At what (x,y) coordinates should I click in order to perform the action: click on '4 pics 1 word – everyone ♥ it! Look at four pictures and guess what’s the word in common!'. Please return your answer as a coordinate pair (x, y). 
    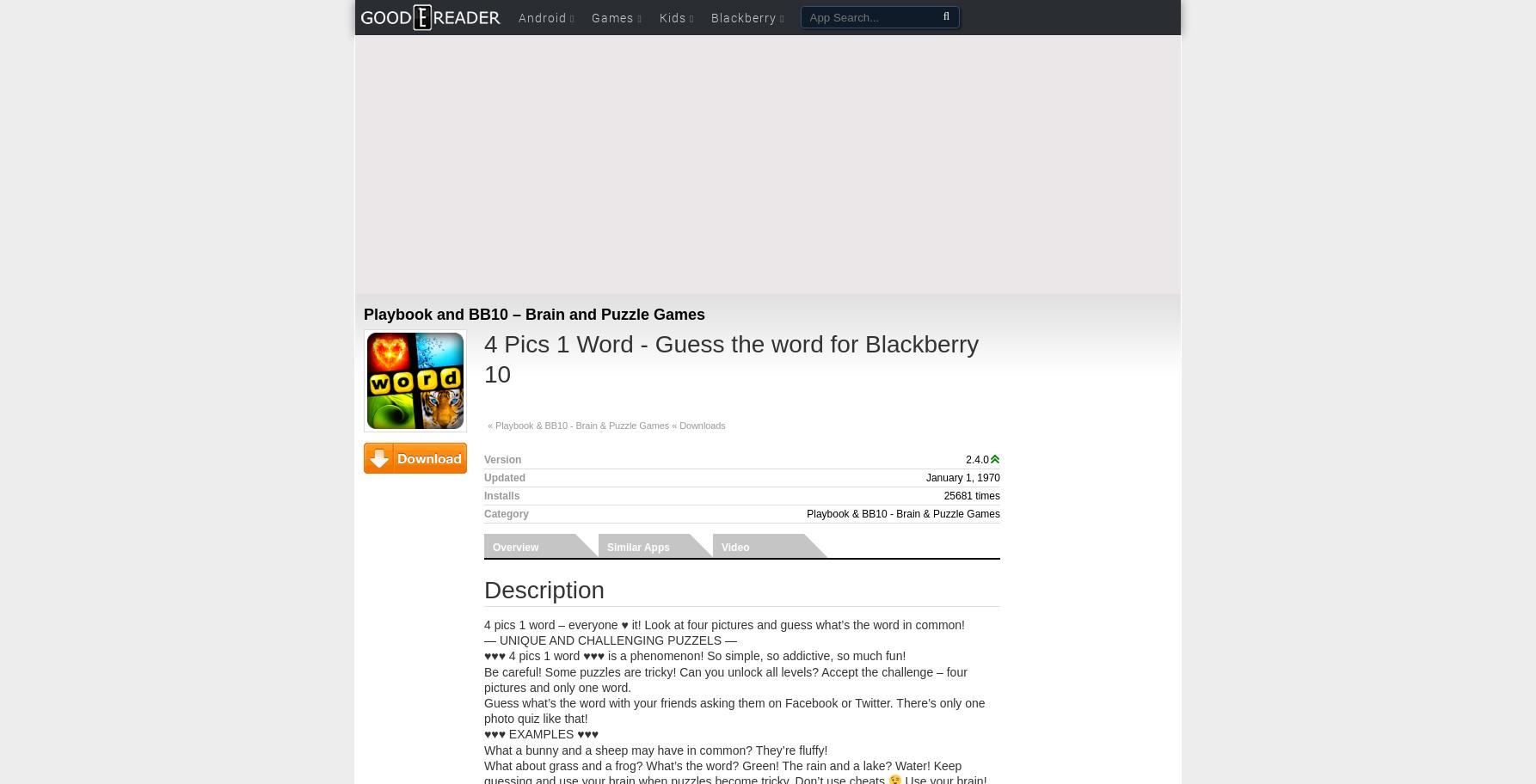
    Looking at the image, I should click on (723, 623).